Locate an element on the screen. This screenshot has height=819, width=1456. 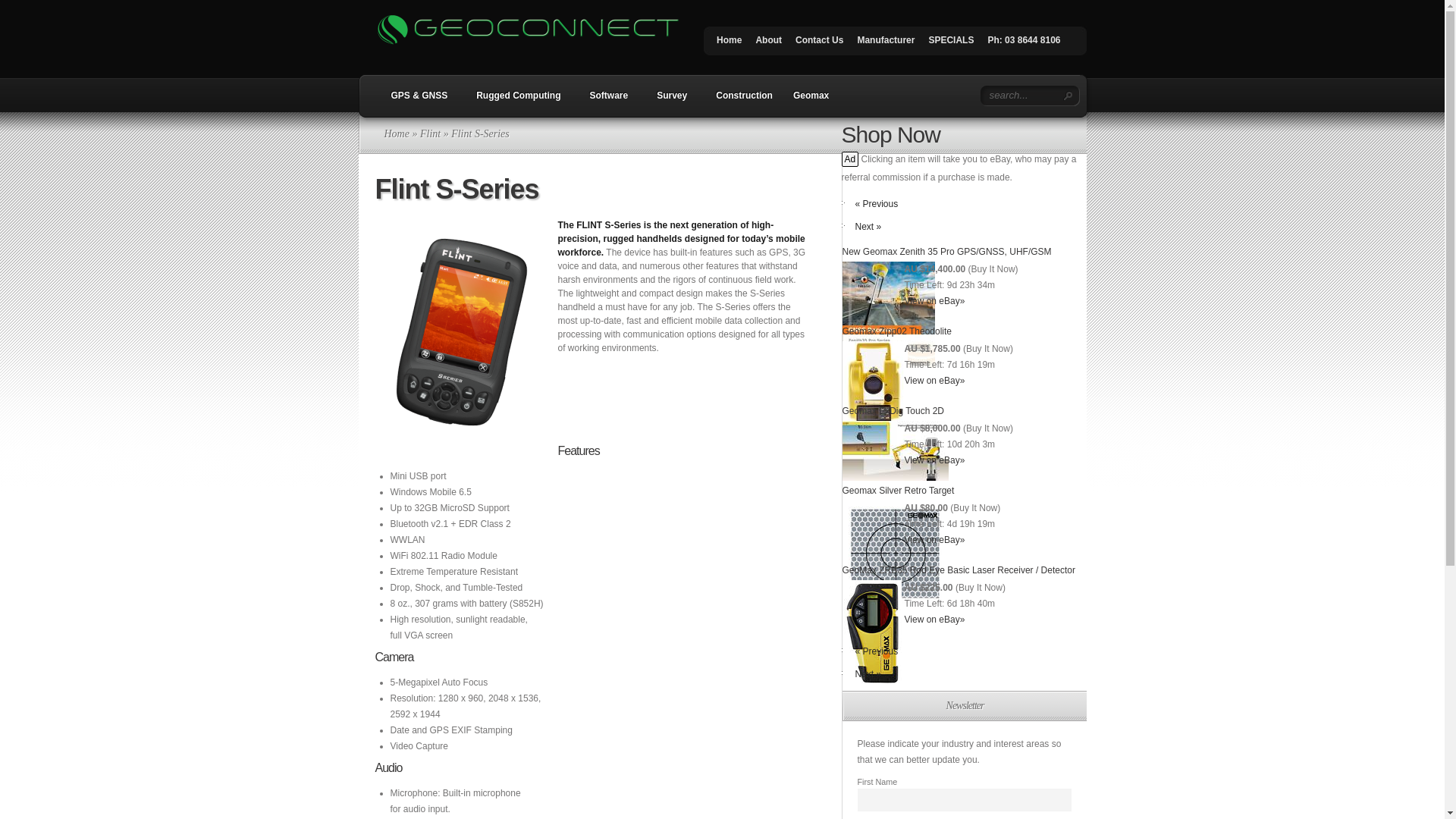
'Flint' is located at coordinates (429, 133).